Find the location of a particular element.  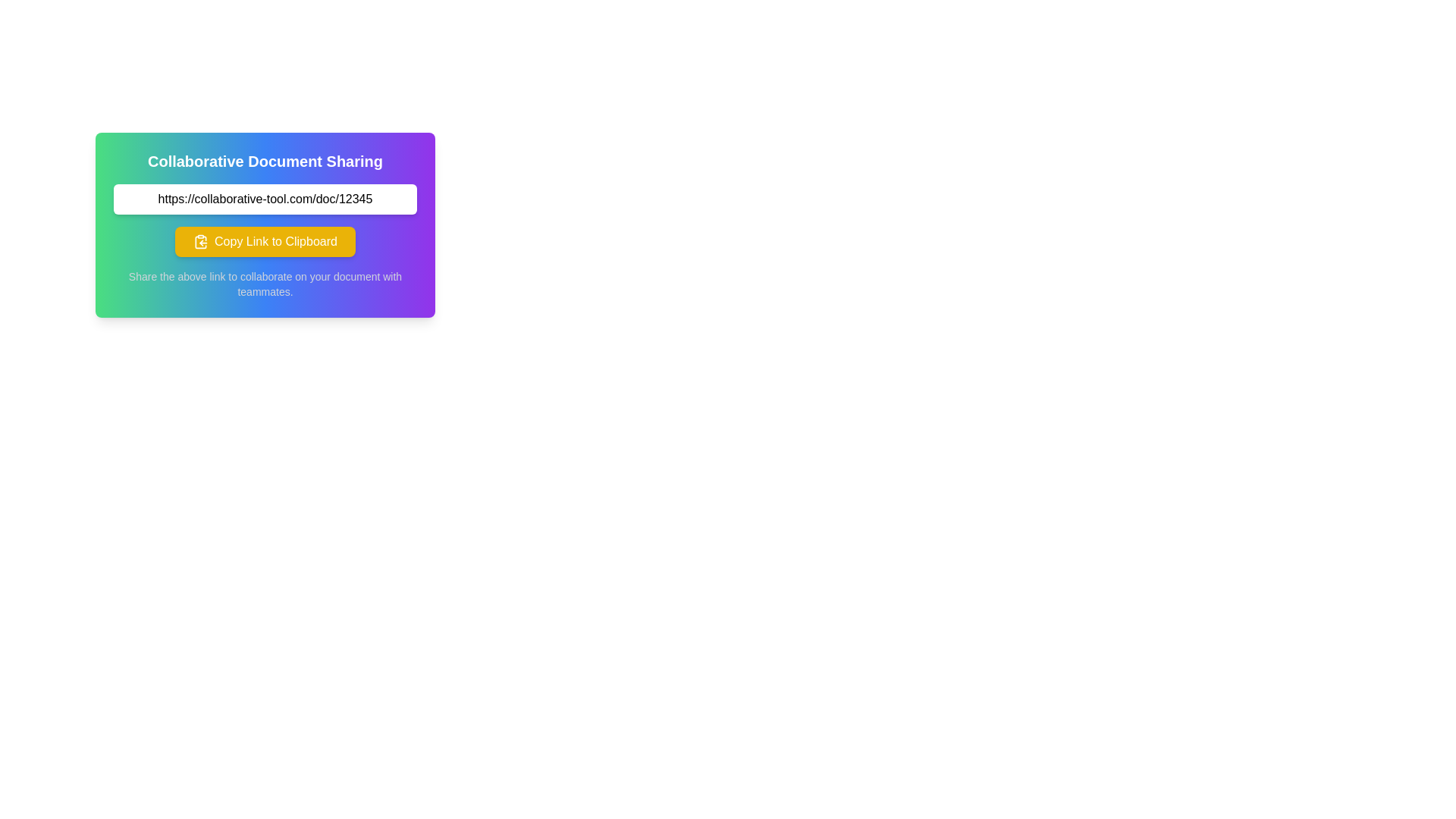

the static text block displaying the message 'Share the above link to collaborate on your document with teammates.' which is styled in a smaller gray font and located below the 'Copy Link to Clipboard' button is located at coordinates (265, 284).